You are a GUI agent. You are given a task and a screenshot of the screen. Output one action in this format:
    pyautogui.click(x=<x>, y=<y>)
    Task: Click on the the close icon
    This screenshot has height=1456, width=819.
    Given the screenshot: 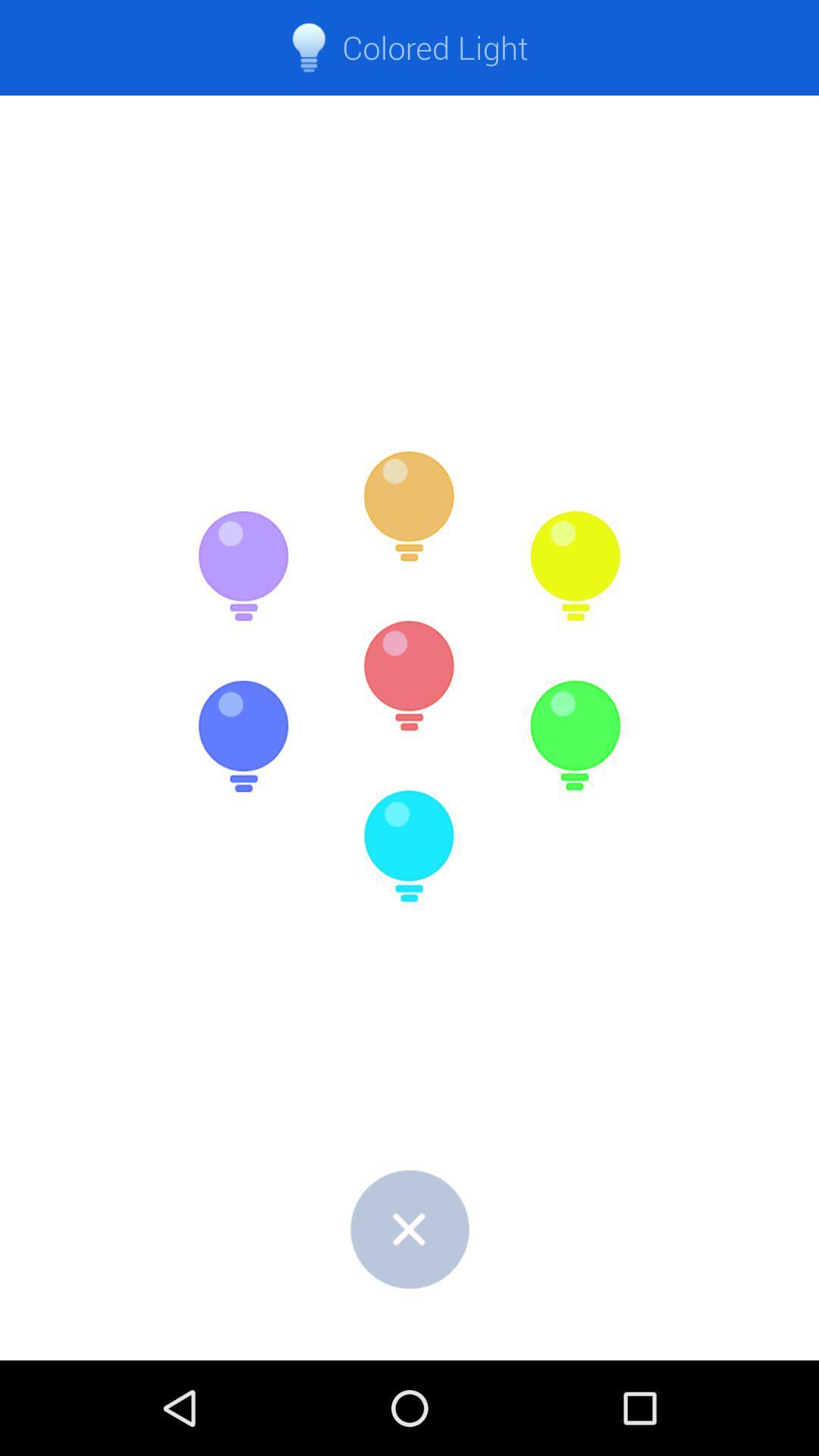 What is the action you would take?
    pyautogui.click(x=409, y=1314)
    